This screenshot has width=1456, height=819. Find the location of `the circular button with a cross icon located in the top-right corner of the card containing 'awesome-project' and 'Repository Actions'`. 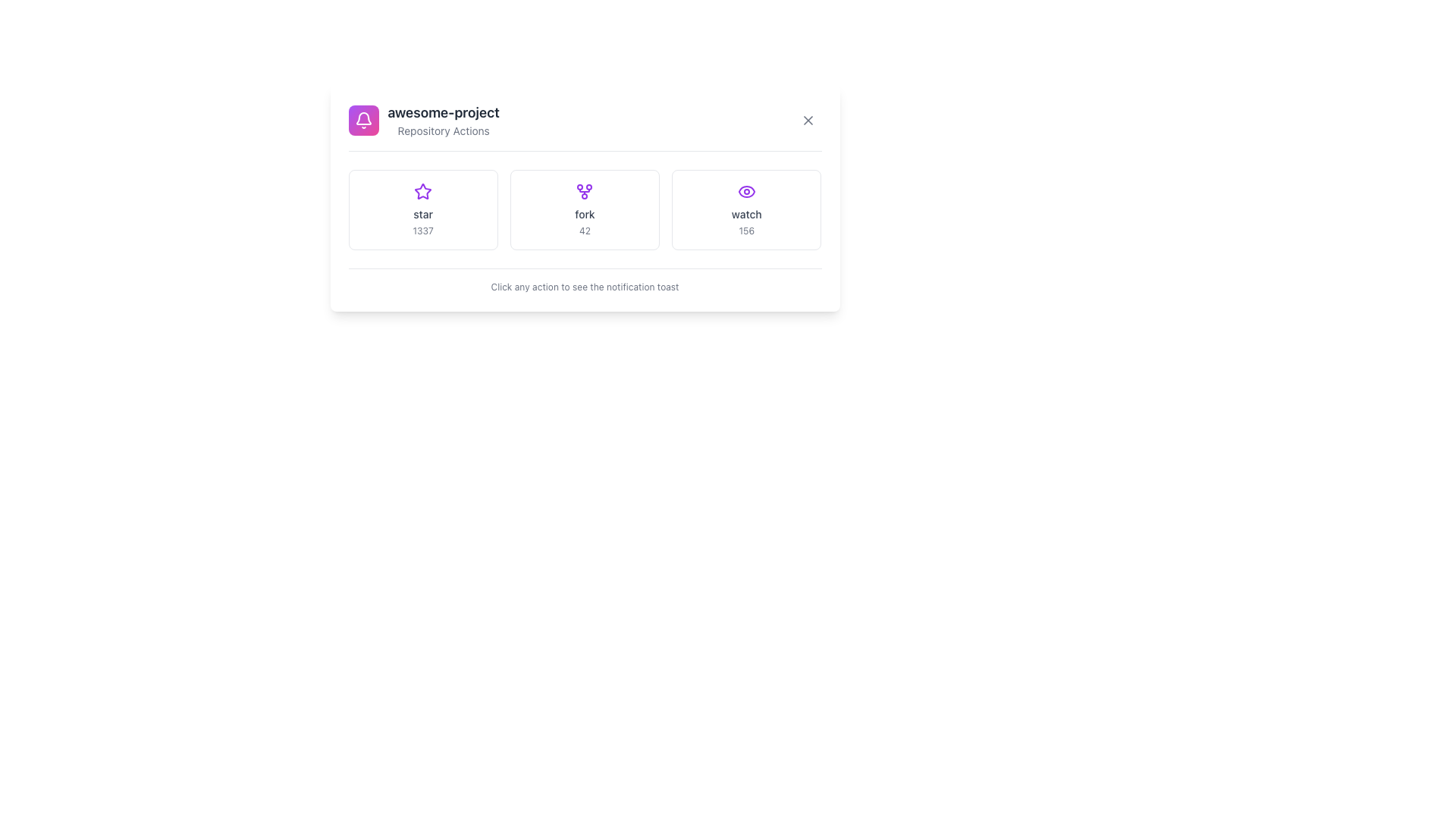

the circular button with a cross icon located in the top-right corner of the card containing 'awesome-project' and 'Repository Actions' is located at coordinates (807, 119).